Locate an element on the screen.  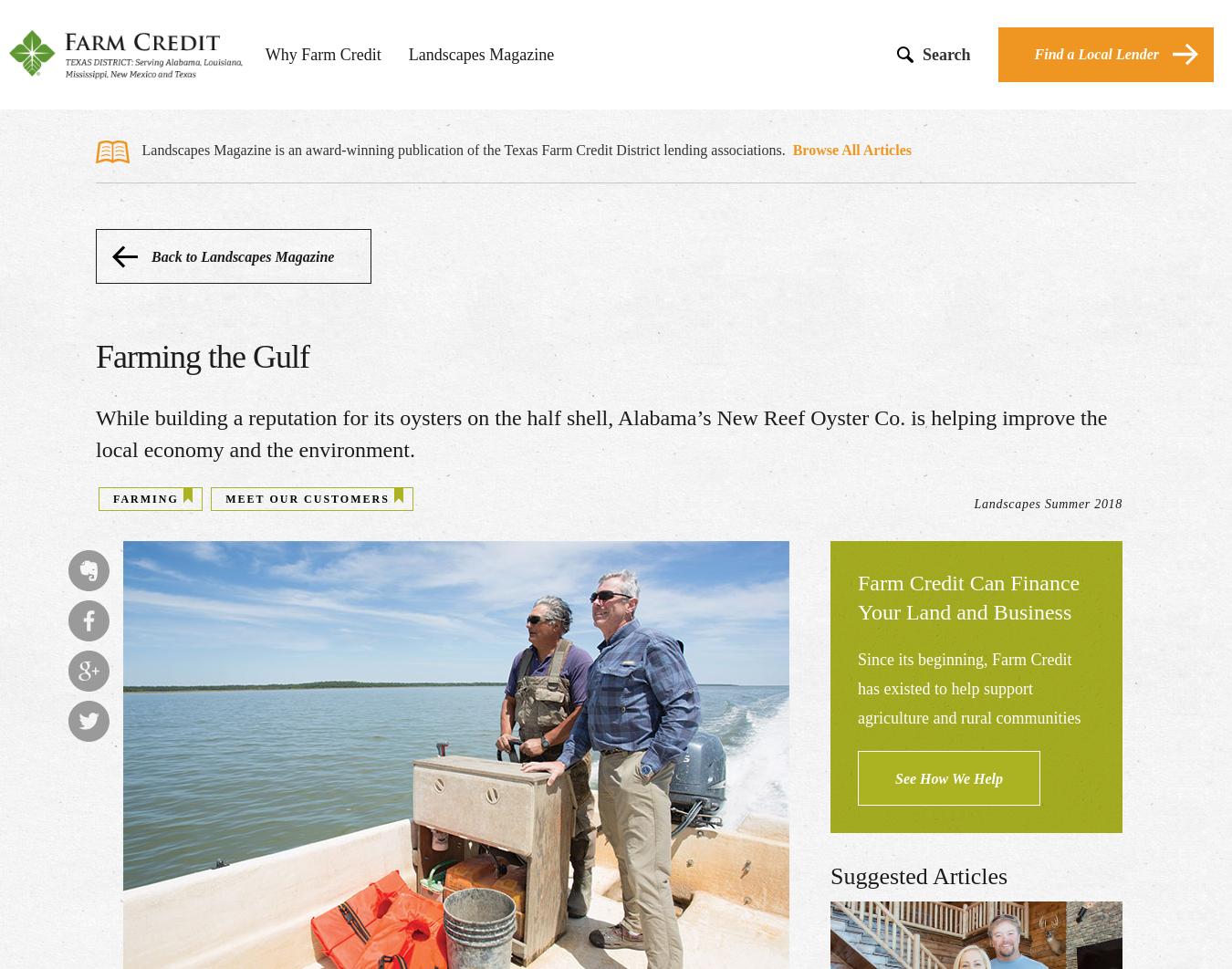
'FARMING' is located at coordinates (145, 499).